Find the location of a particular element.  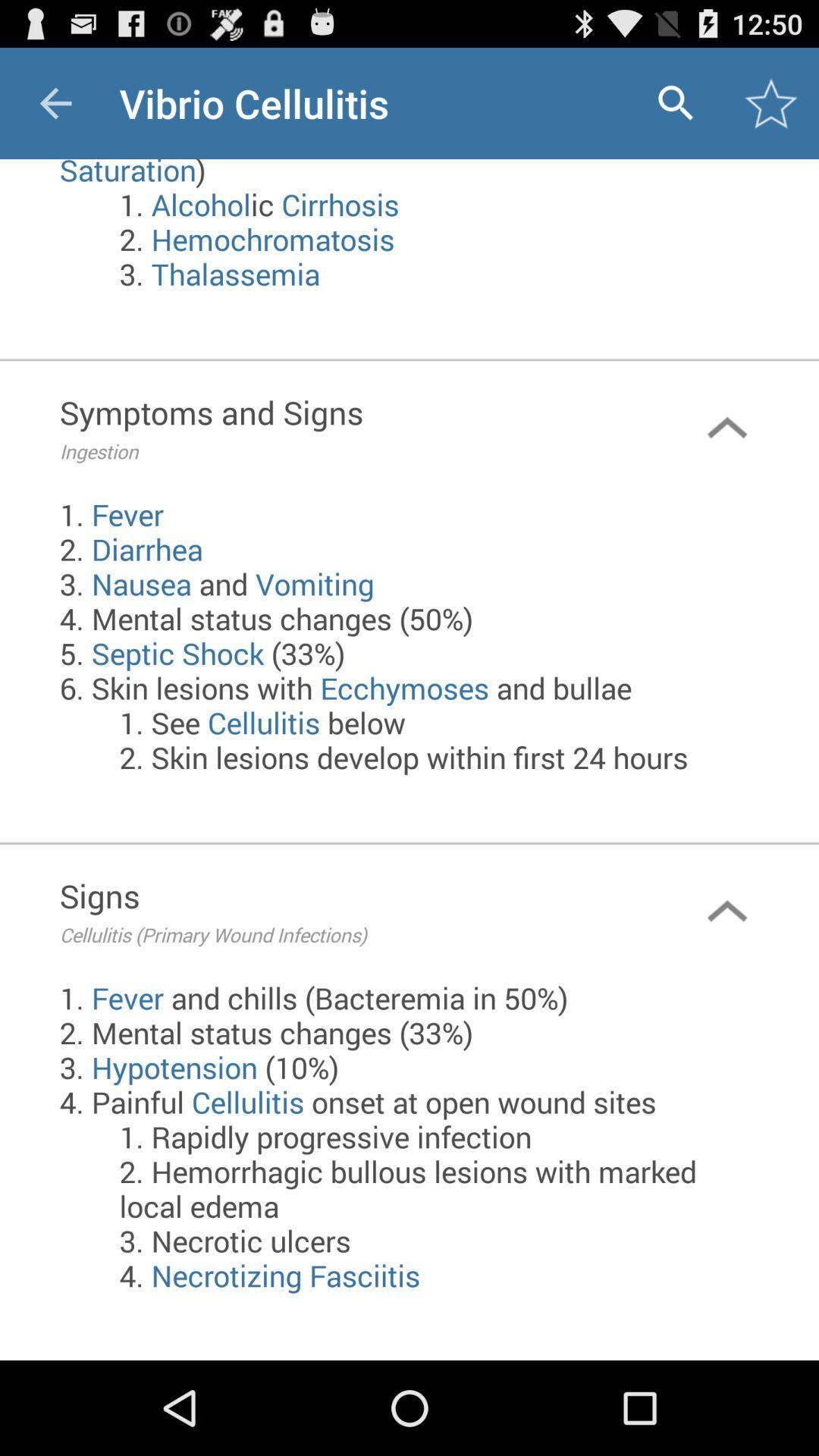

the icon to the right of the vibrio cellulitis app is located at coordinates (675, 102).